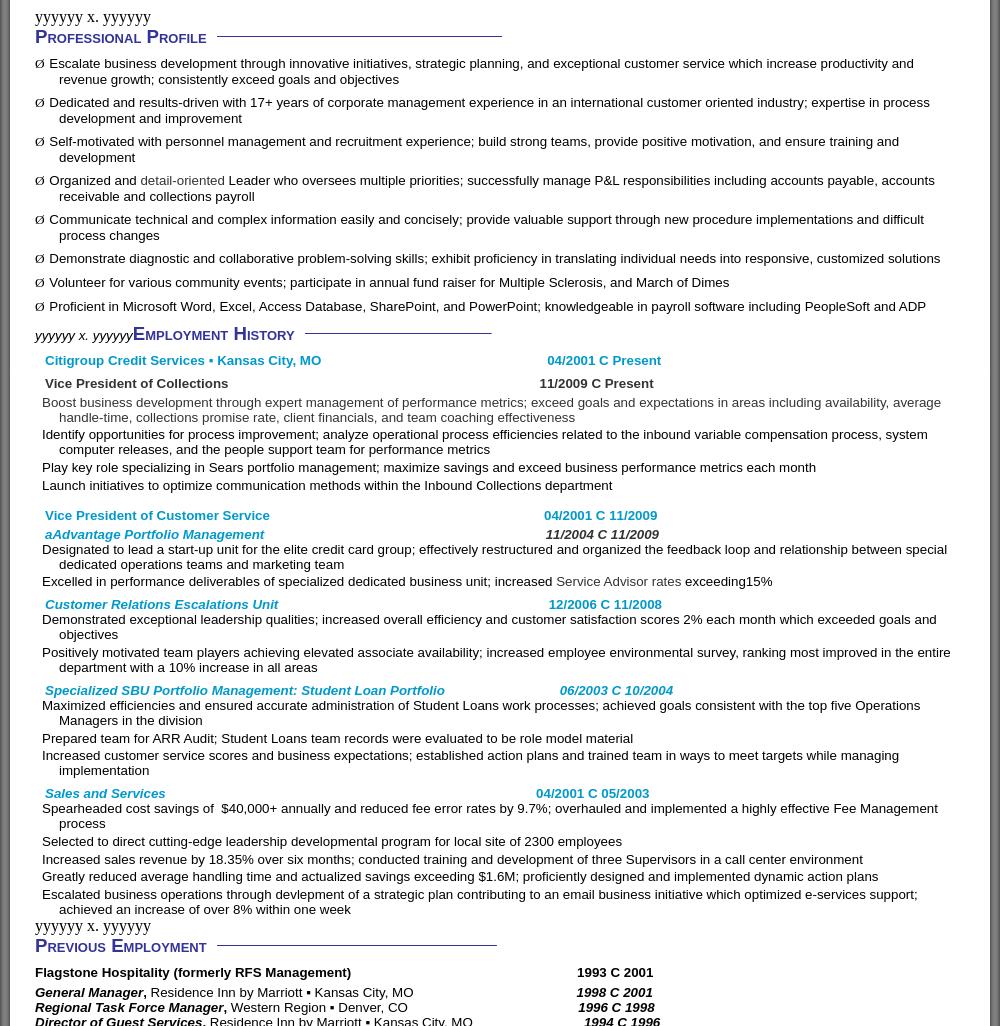 This screenshot has height=1026, width=1000. I want to click on 'provide valuable support
through new procedure implementations and difficult process changes', so click(490, 226).